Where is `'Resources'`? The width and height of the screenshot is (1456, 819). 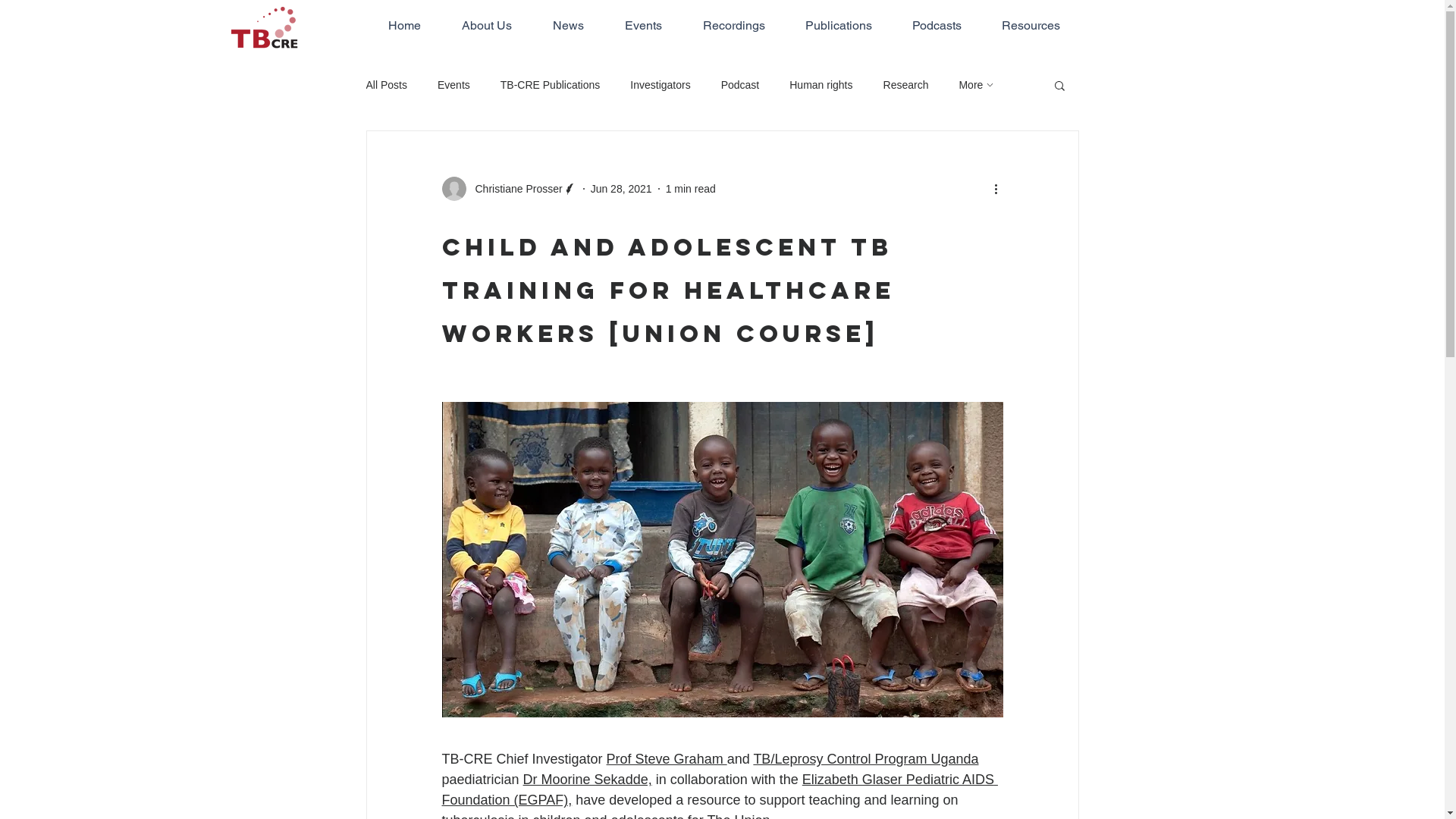
'Resources' is located at coordinates (1030, 25).